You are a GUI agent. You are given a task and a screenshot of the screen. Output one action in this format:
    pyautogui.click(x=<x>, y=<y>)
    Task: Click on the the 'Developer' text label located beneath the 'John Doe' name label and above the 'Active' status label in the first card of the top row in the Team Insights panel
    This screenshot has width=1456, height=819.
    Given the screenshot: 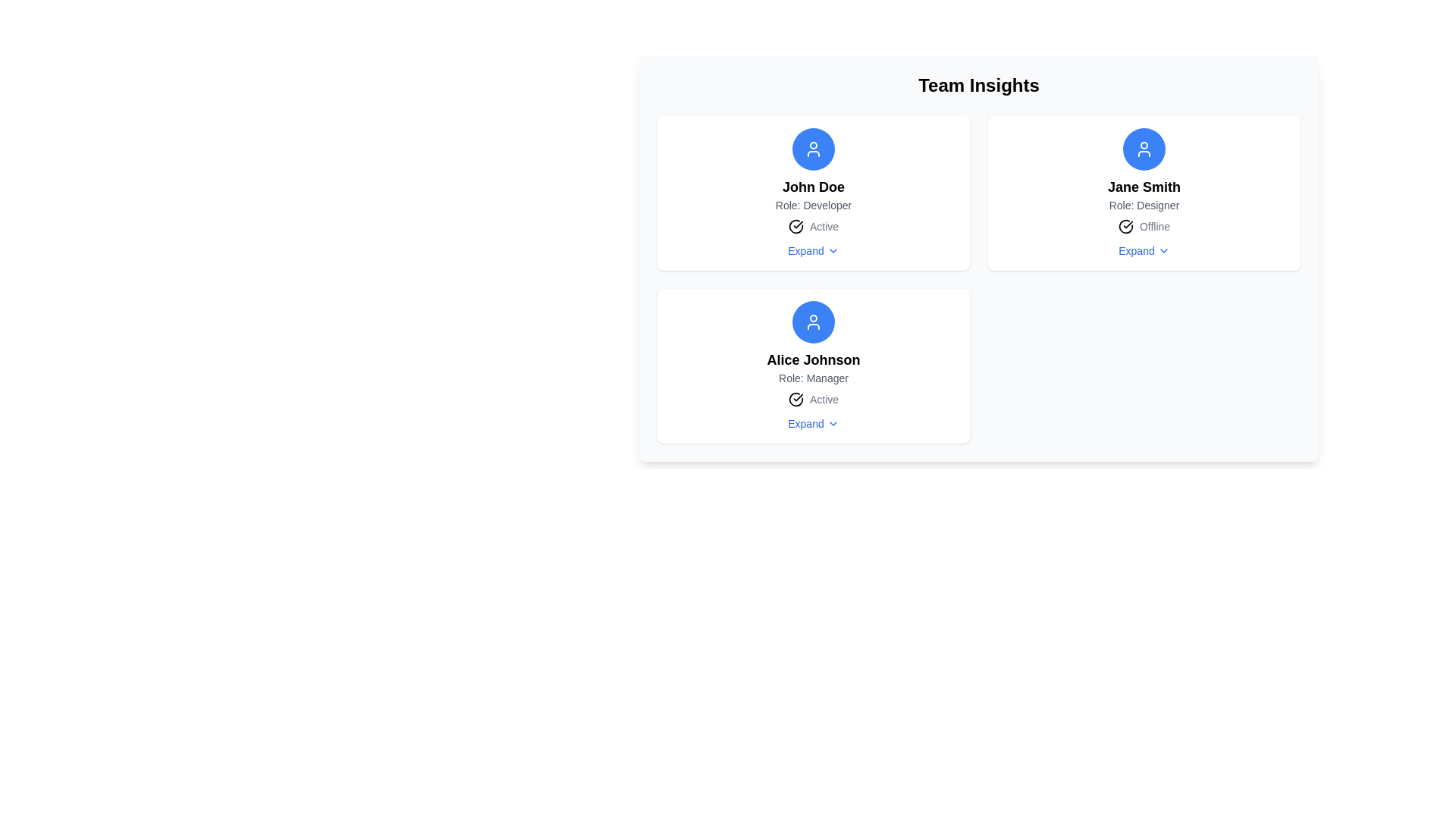 What is the action you would take?
    pyautogui.click(x=813, y=205)
    